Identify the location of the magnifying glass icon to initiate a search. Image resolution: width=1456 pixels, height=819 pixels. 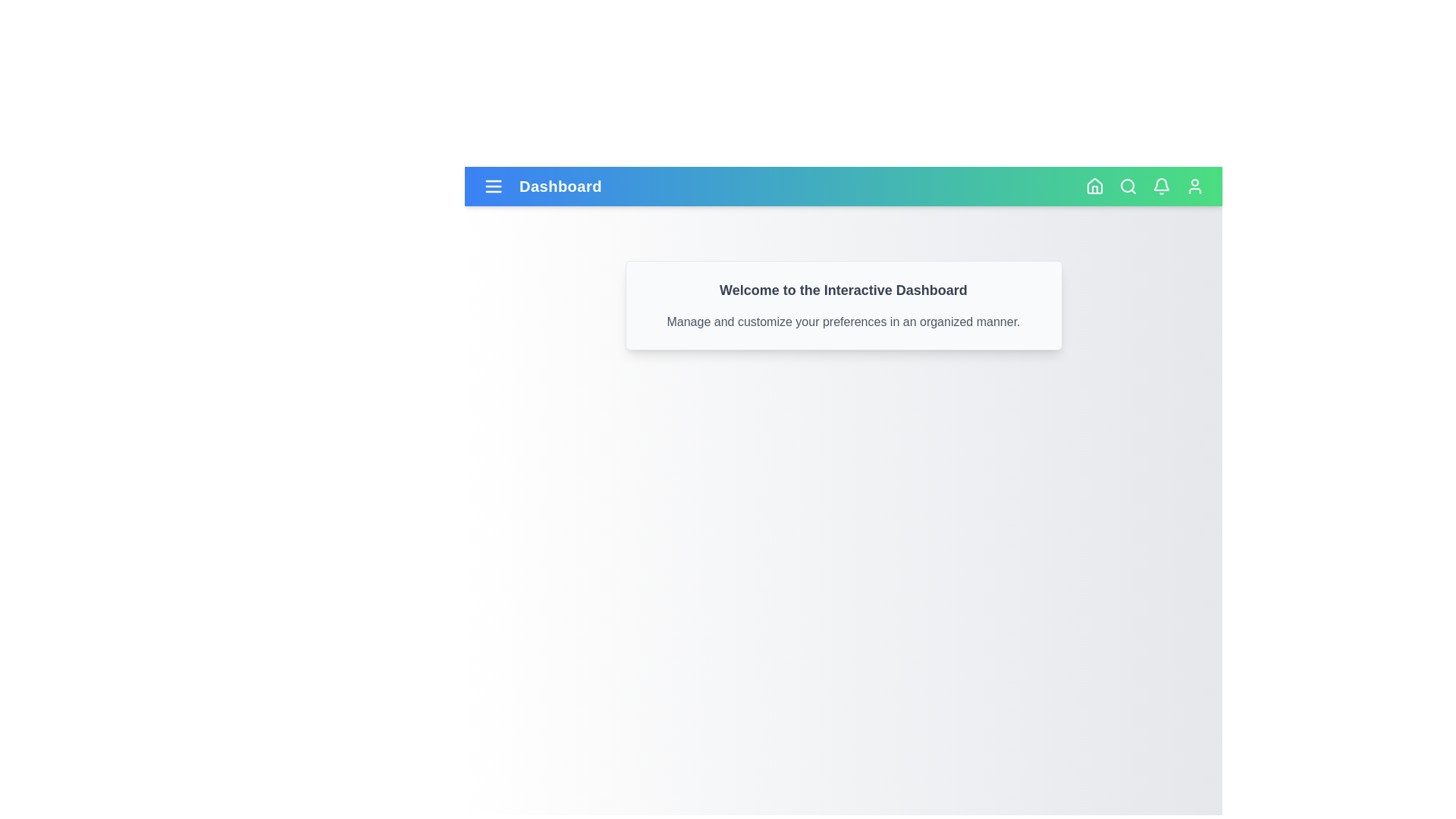
(1128, 186).